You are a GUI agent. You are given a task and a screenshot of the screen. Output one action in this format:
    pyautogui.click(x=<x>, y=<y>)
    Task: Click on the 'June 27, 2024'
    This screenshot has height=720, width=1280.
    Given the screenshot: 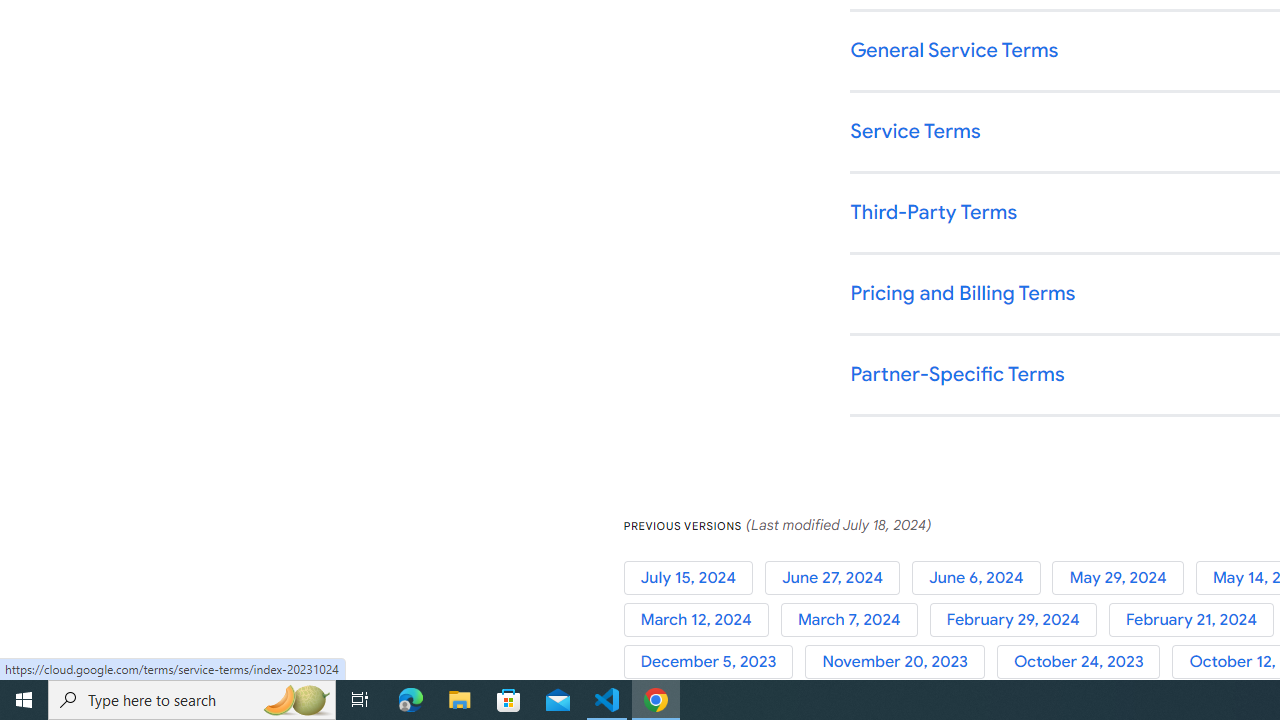 What is the action you would take?
    pyautogui.click(x=837, y=577)
    